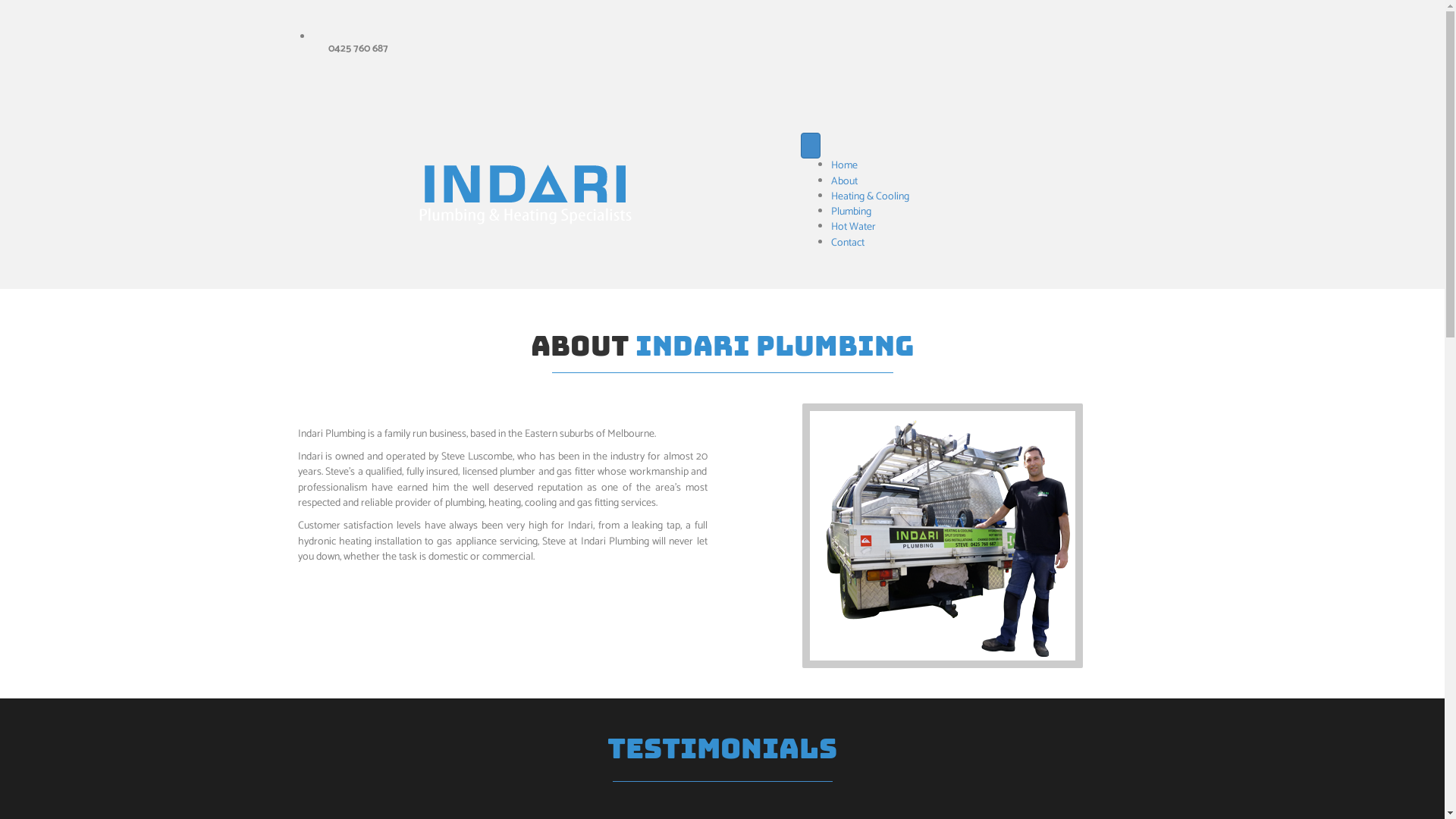 The image size is (1456, 819). Describe the element at coordinates (843, 180) in the screenshot. I see `'About'` at that location.